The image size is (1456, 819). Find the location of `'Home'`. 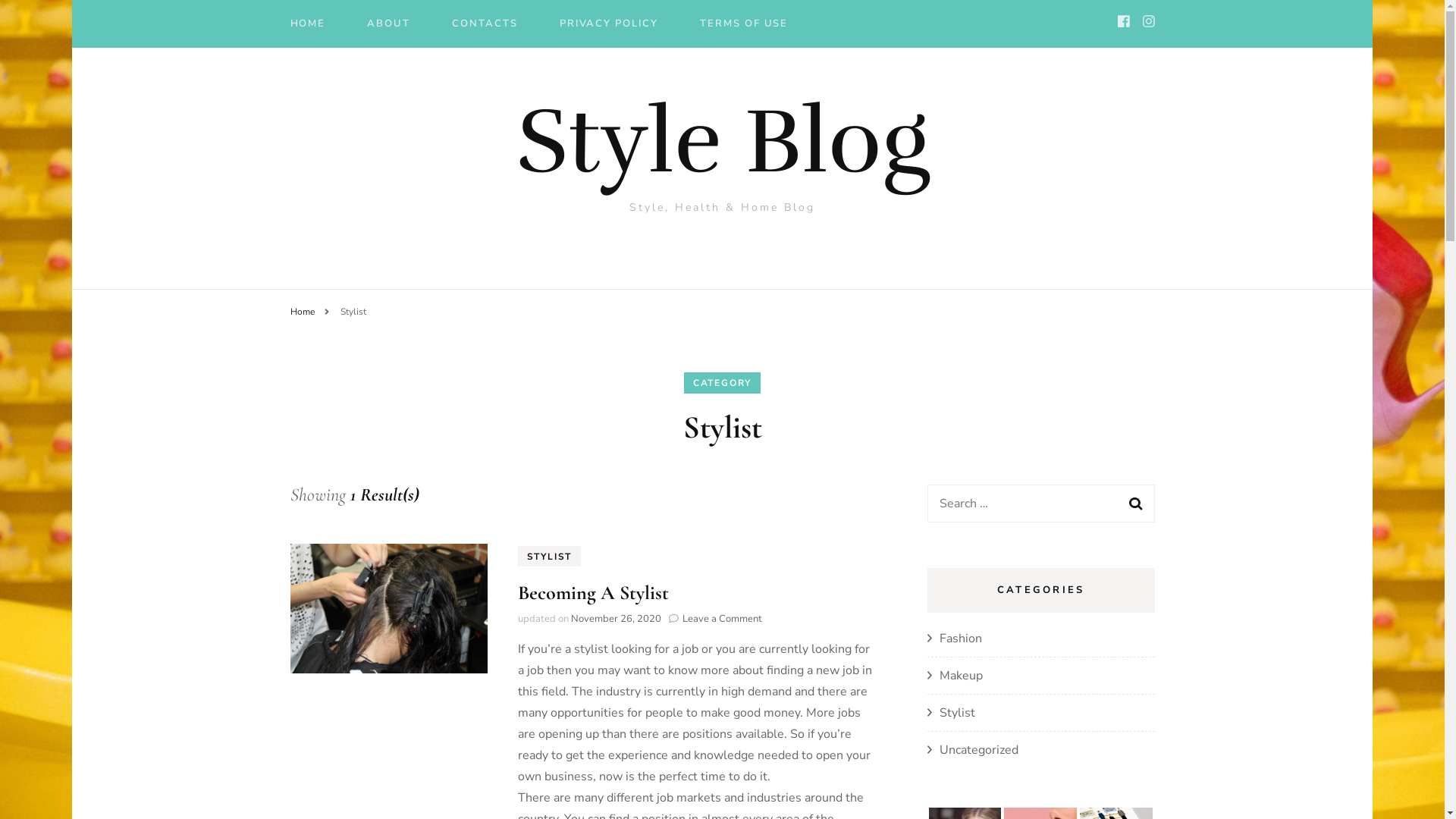

'Home' is located at coordinates (302, 311).